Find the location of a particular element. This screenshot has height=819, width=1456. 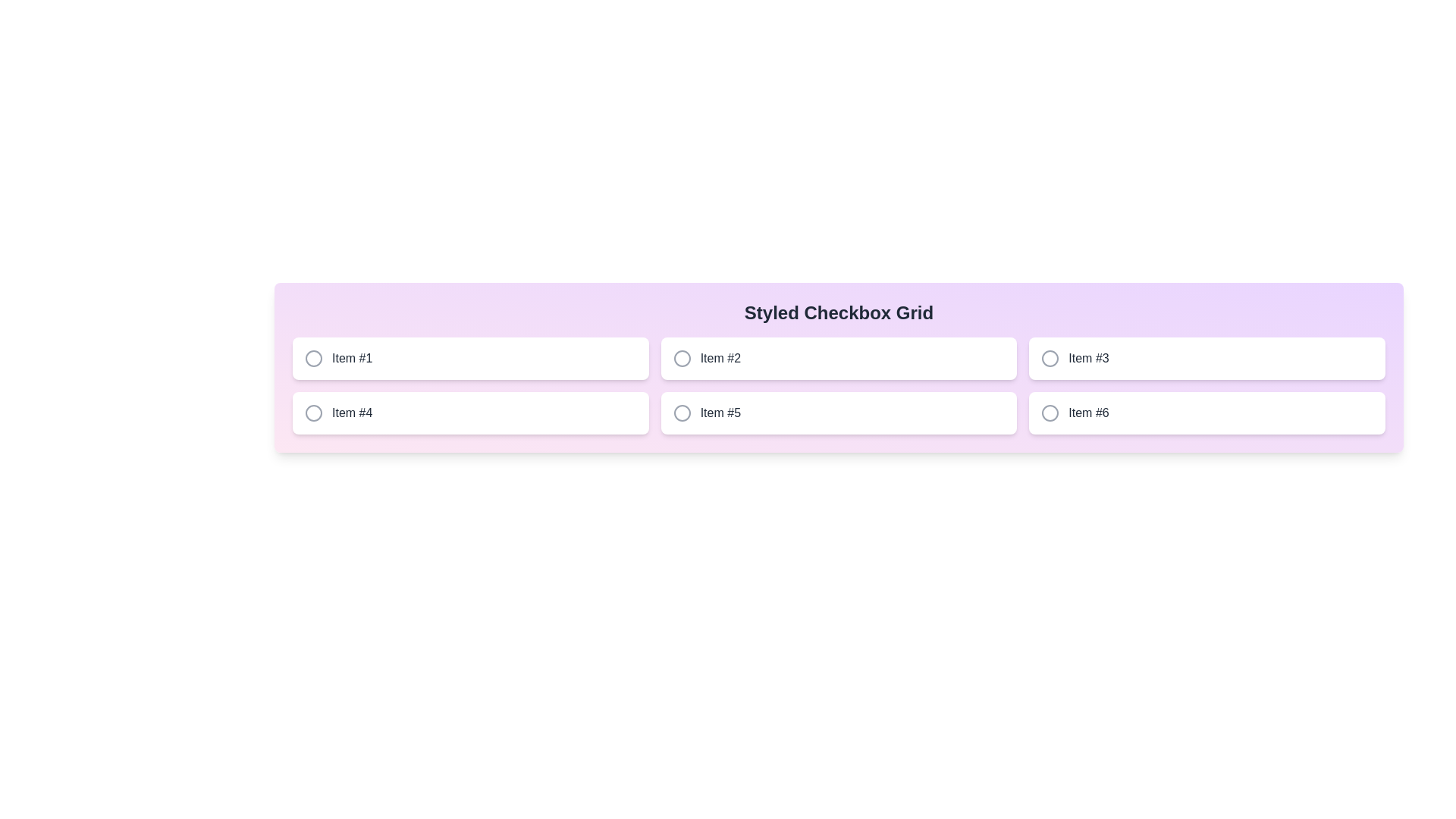

the button labeled Item #5 to observe style changes is located at coordinates (837, 413).